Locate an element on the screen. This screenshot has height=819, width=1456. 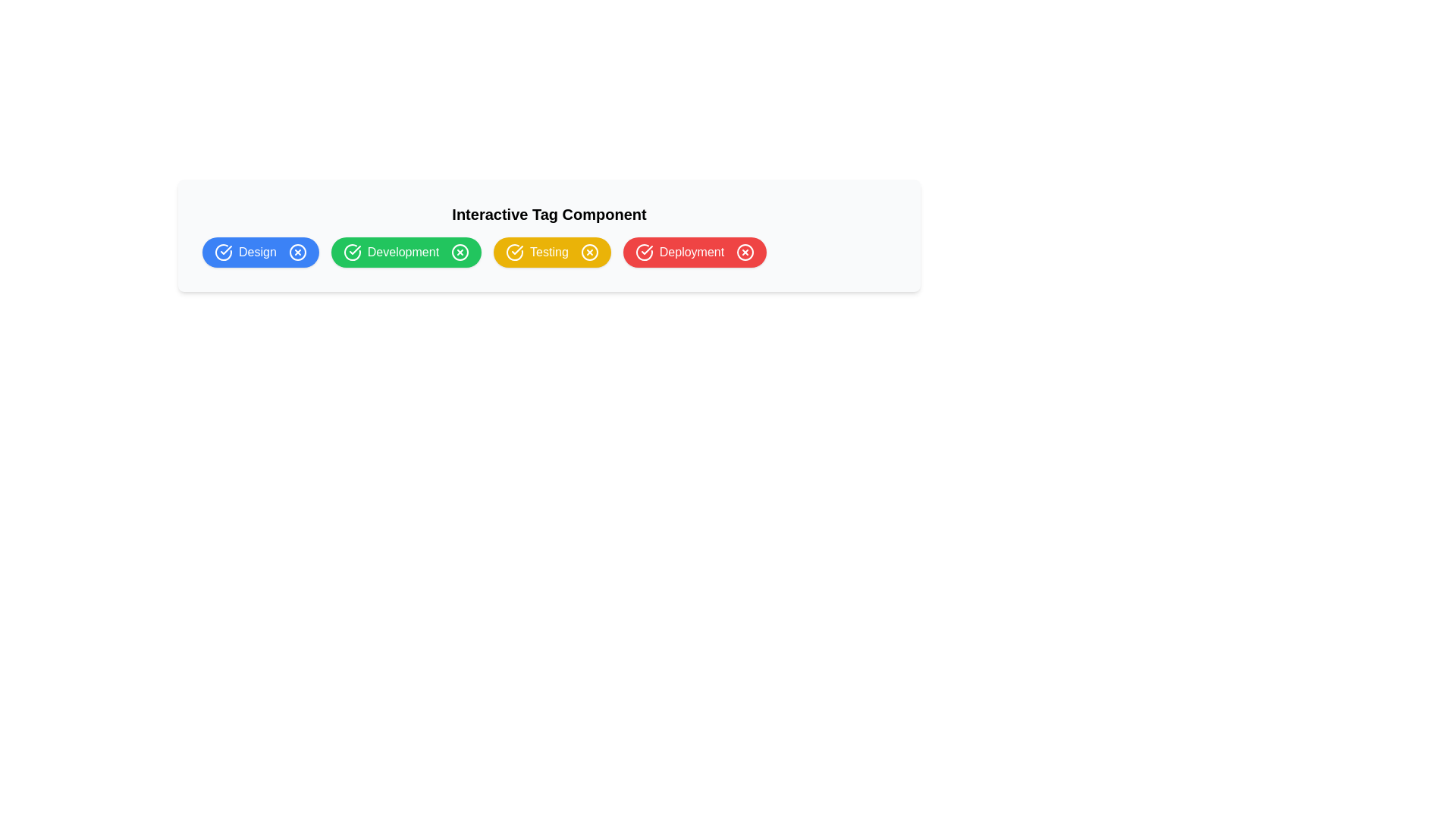
the text label displaying 'Testing' with a yellow background and white text, which is the third tag from the left in a row of tag-like buttons is located at coordinates (548, 251).